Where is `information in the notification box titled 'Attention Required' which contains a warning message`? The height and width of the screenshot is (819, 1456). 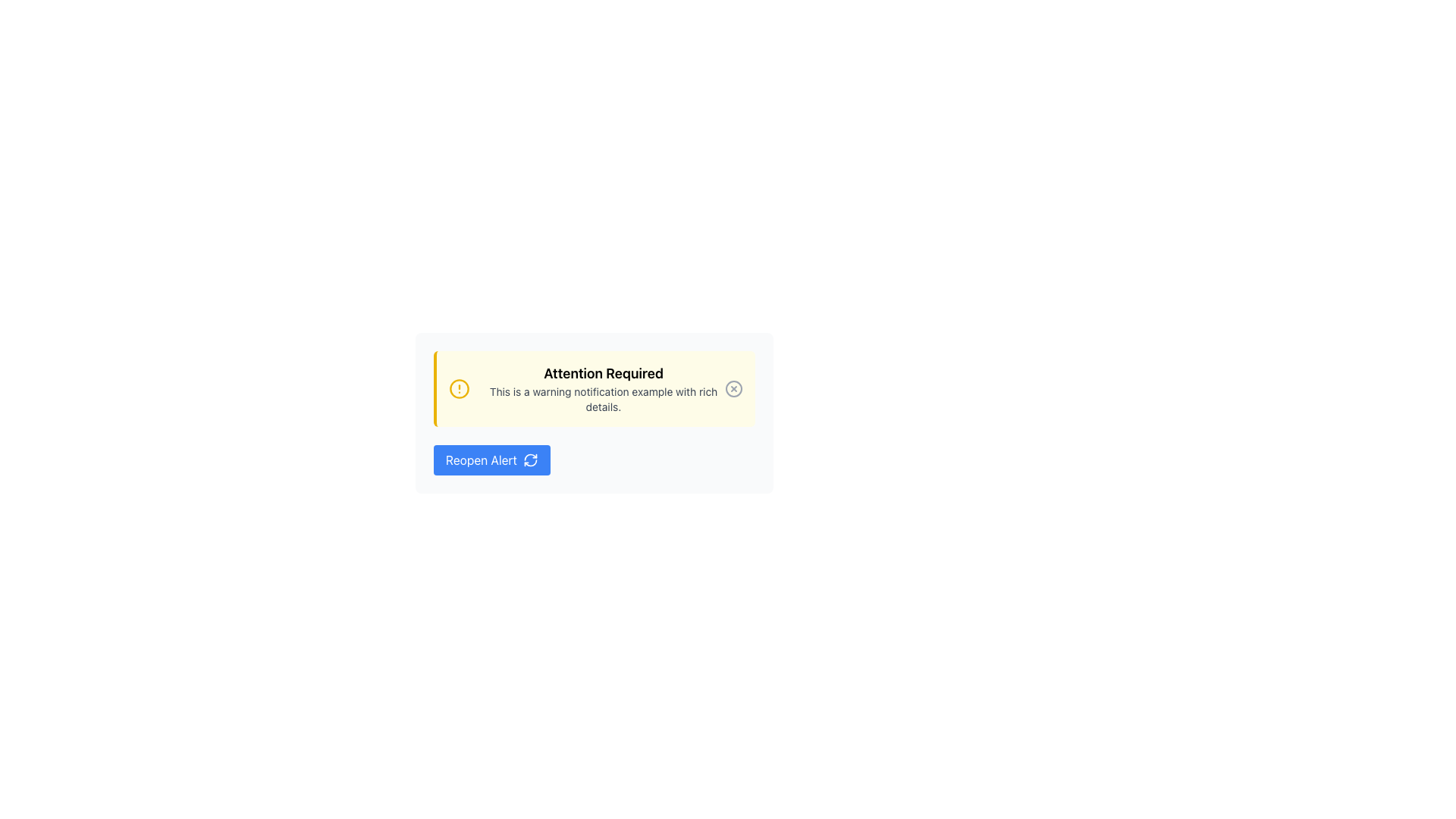
information in the notification box titled 'Attention Required' which contains a warning message is located at coordinates (593, 388).